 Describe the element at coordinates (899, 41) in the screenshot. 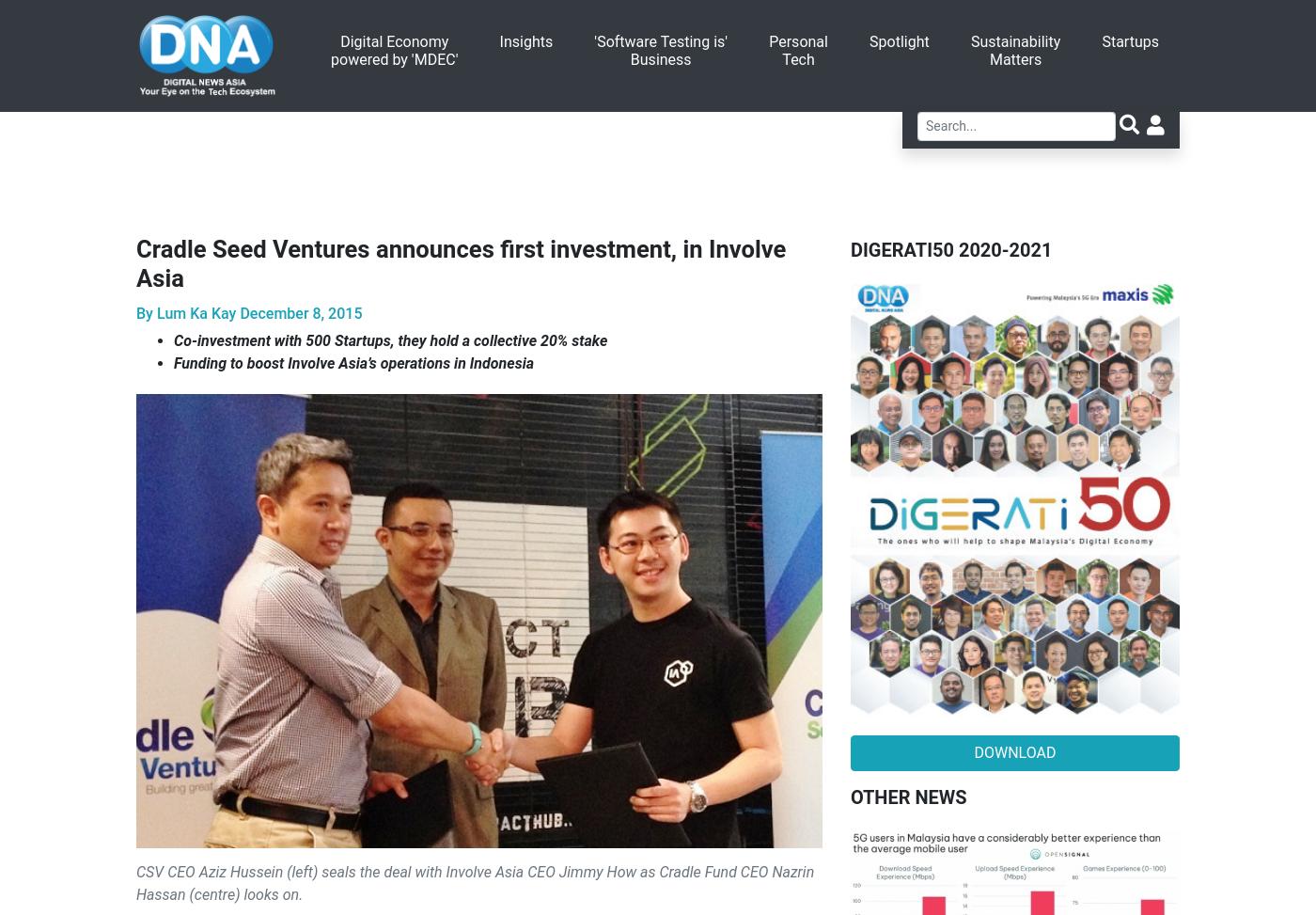

I see `'Spotlight'` at that location.